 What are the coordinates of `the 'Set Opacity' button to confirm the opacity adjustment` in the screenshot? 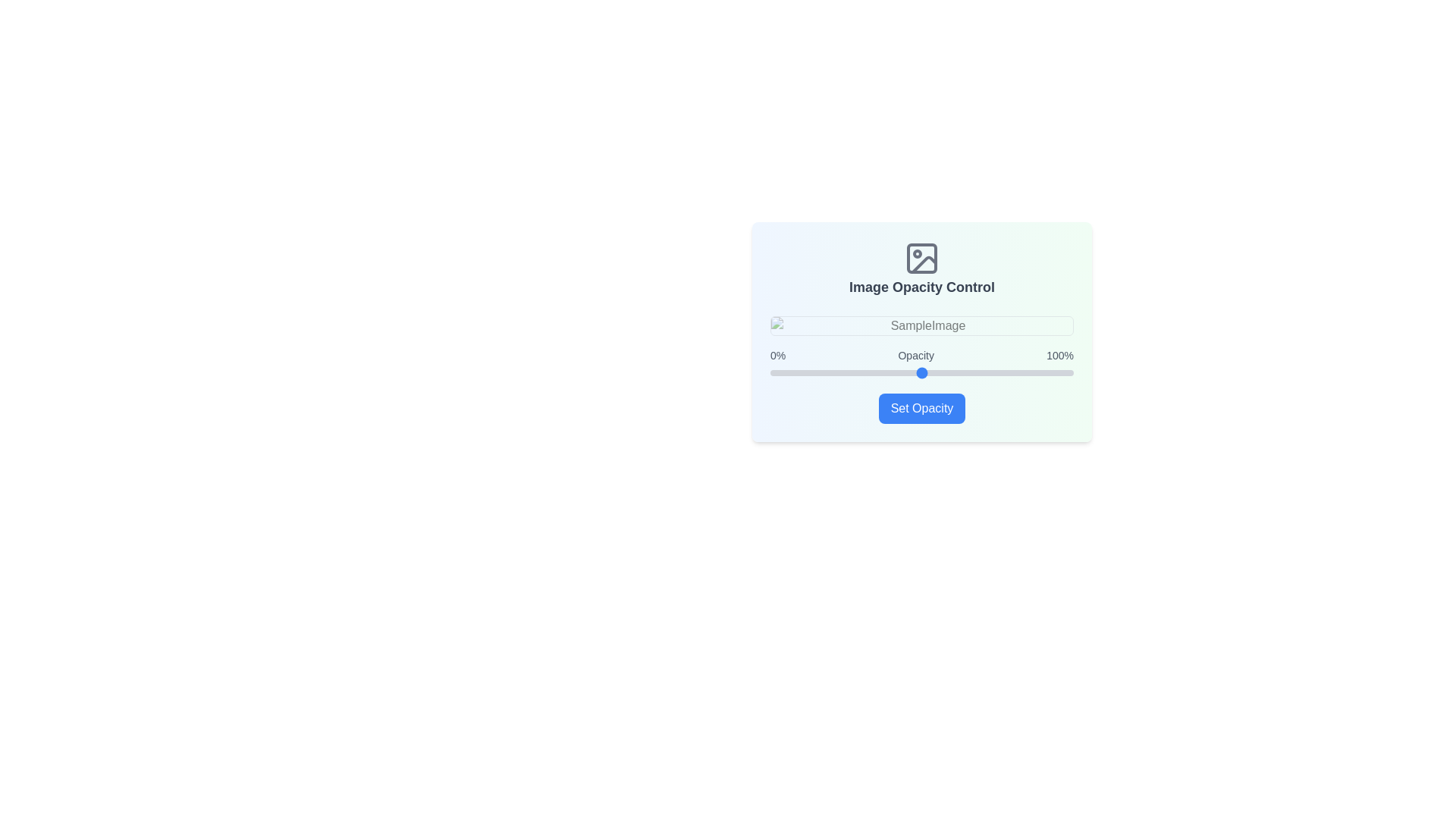 It's located at (921, 408).